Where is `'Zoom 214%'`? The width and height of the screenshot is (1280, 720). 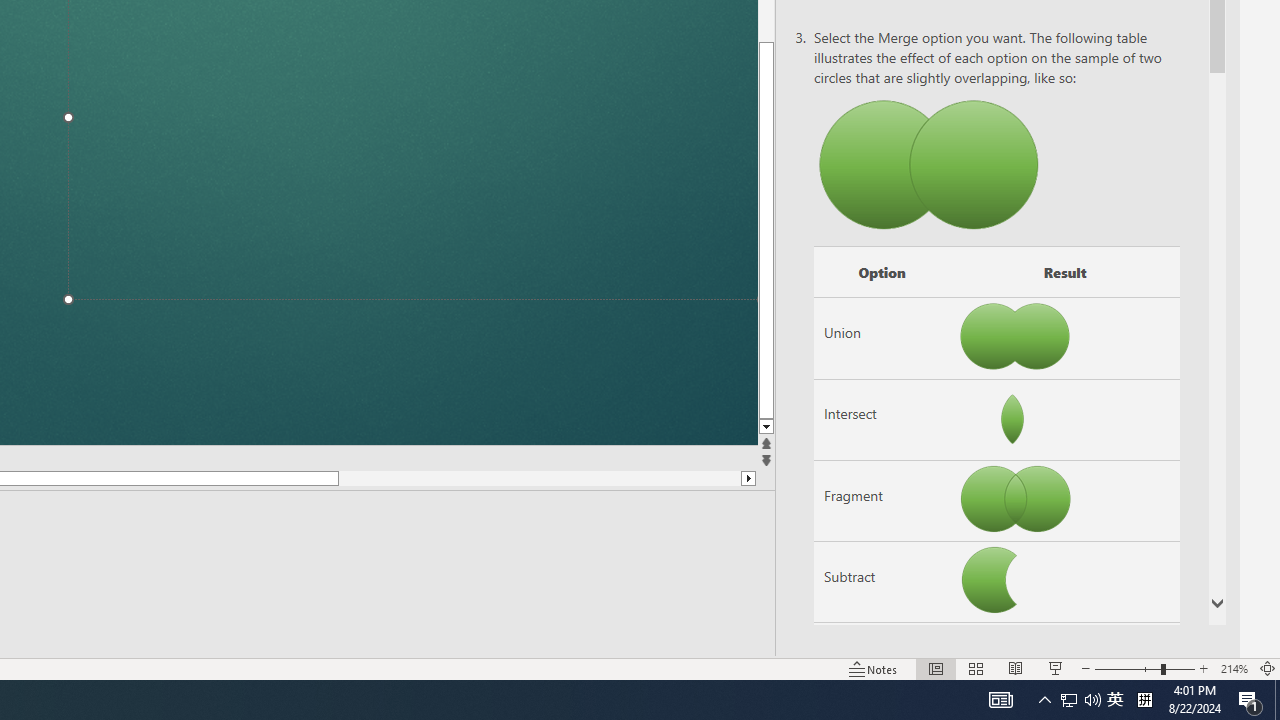
'Zoom 214%' is located at coordinates (1233, 669).